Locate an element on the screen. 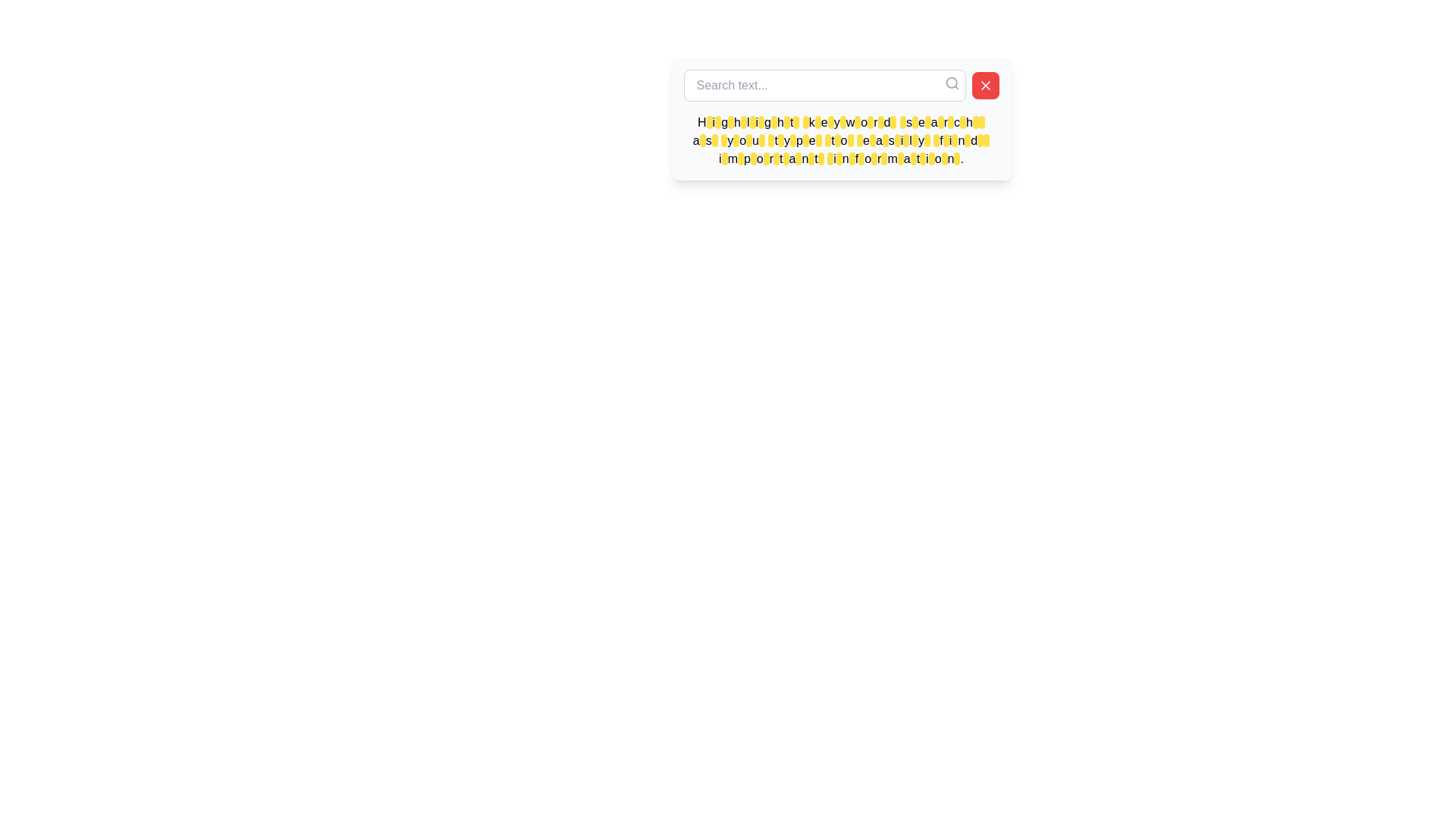  the Highlighting decorative element, a rounded rectangle with a yellow background and black border, located adjacent to the phrase 'as you' in the description text is located at coordinates (714, 140).